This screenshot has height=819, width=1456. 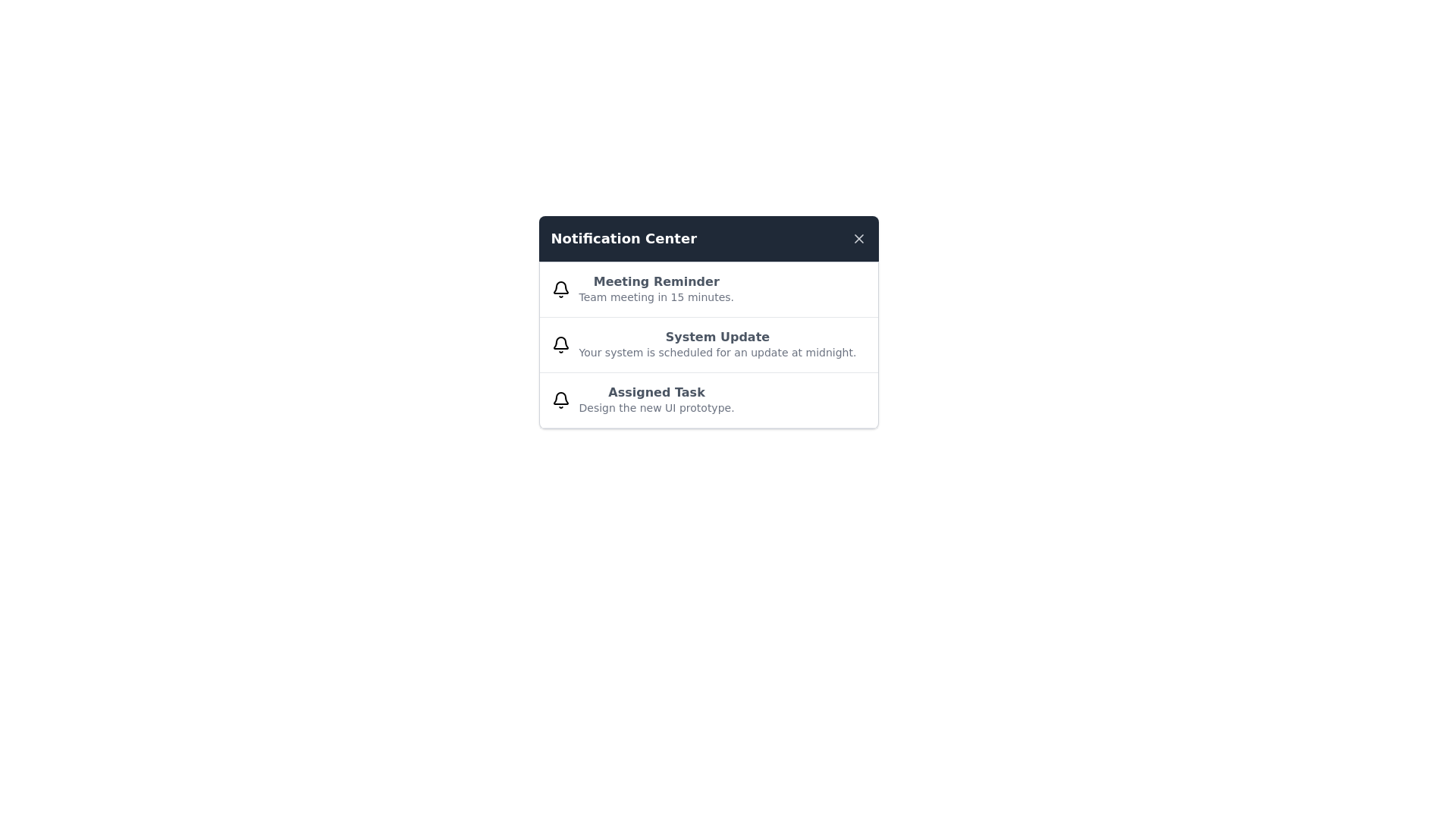 I want to click on the bell icon that indicates notifications for the 'Meeting Reminder' in the notification center, so click(x=560, y=289).